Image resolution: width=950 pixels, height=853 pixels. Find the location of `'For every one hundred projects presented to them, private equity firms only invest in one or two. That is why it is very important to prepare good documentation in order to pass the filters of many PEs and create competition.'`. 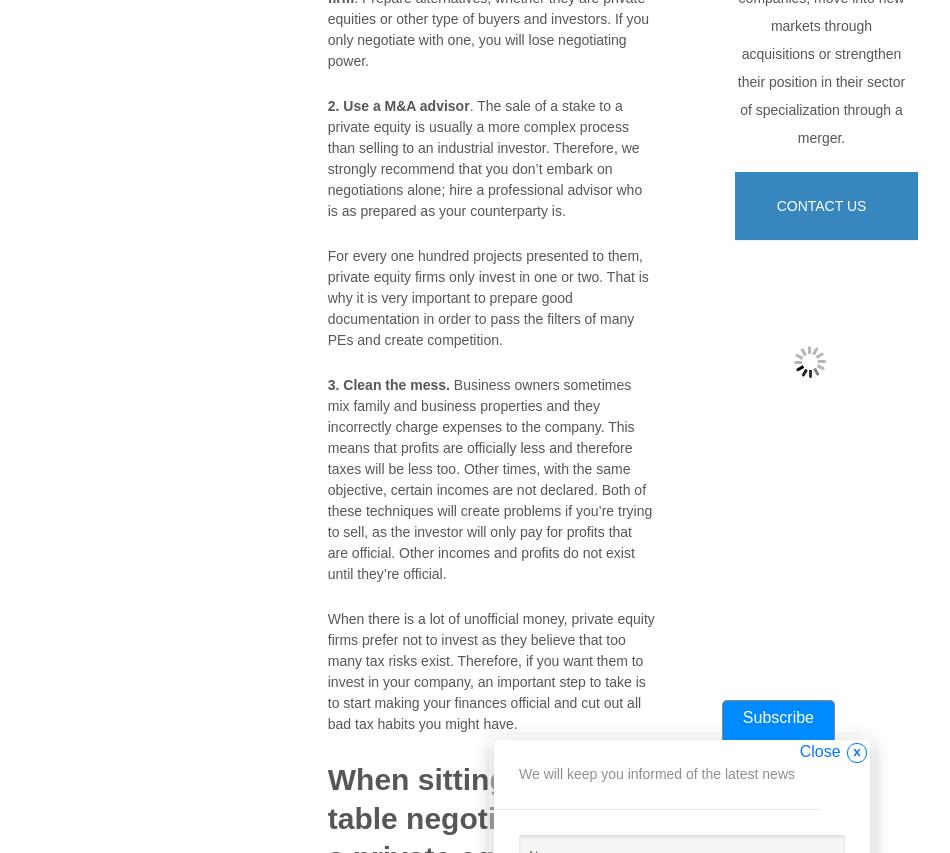

'For every one hundred projects presented to them, private equity firms only invest in one or two. That is why it is very important to prepare good documentation in order to pass the filters of many PEs and create competition.' is located at coordinates (487, 297).